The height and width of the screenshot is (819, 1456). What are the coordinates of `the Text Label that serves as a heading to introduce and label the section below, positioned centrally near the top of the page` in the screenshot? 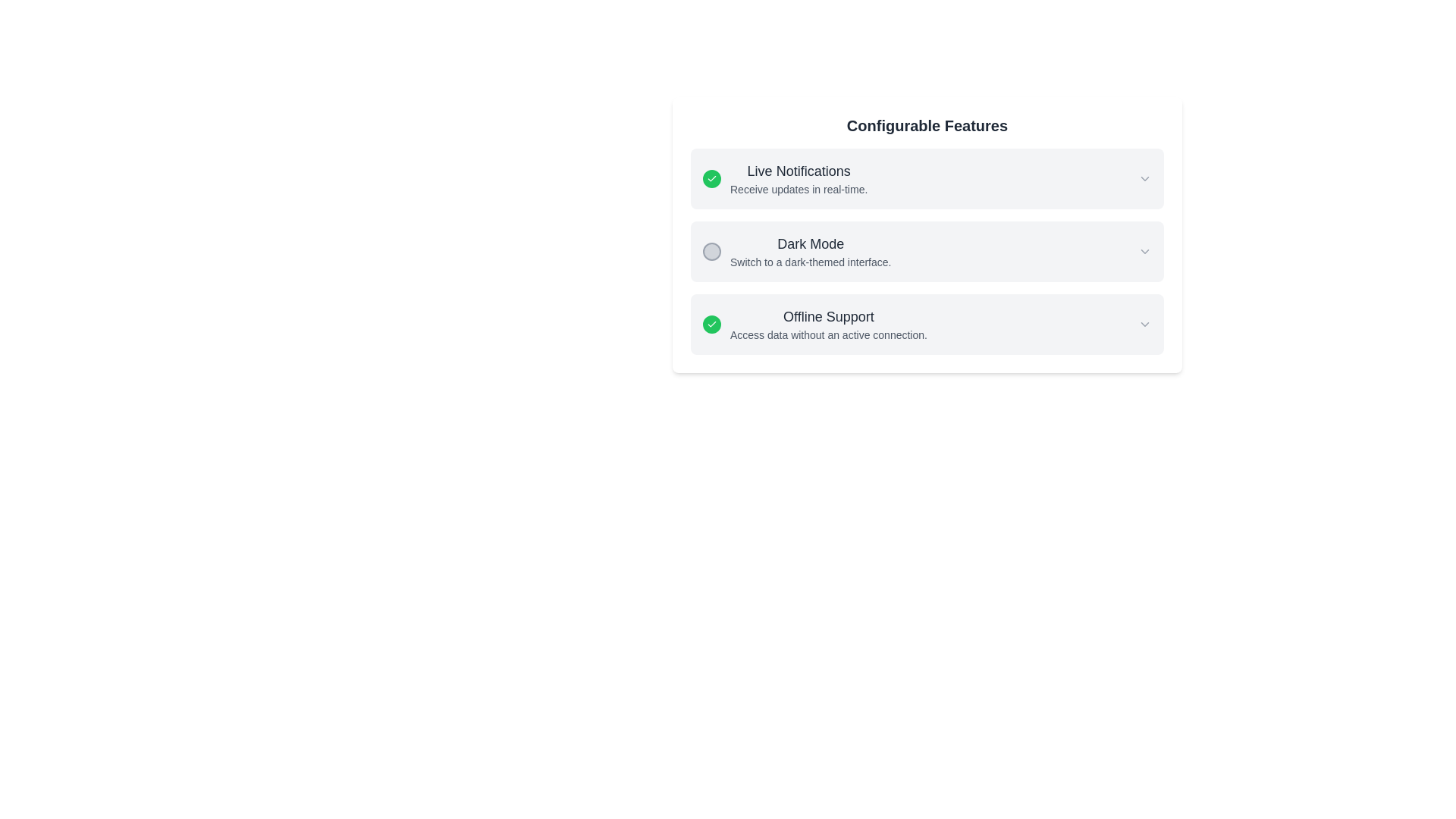 It's located at (927, 124).